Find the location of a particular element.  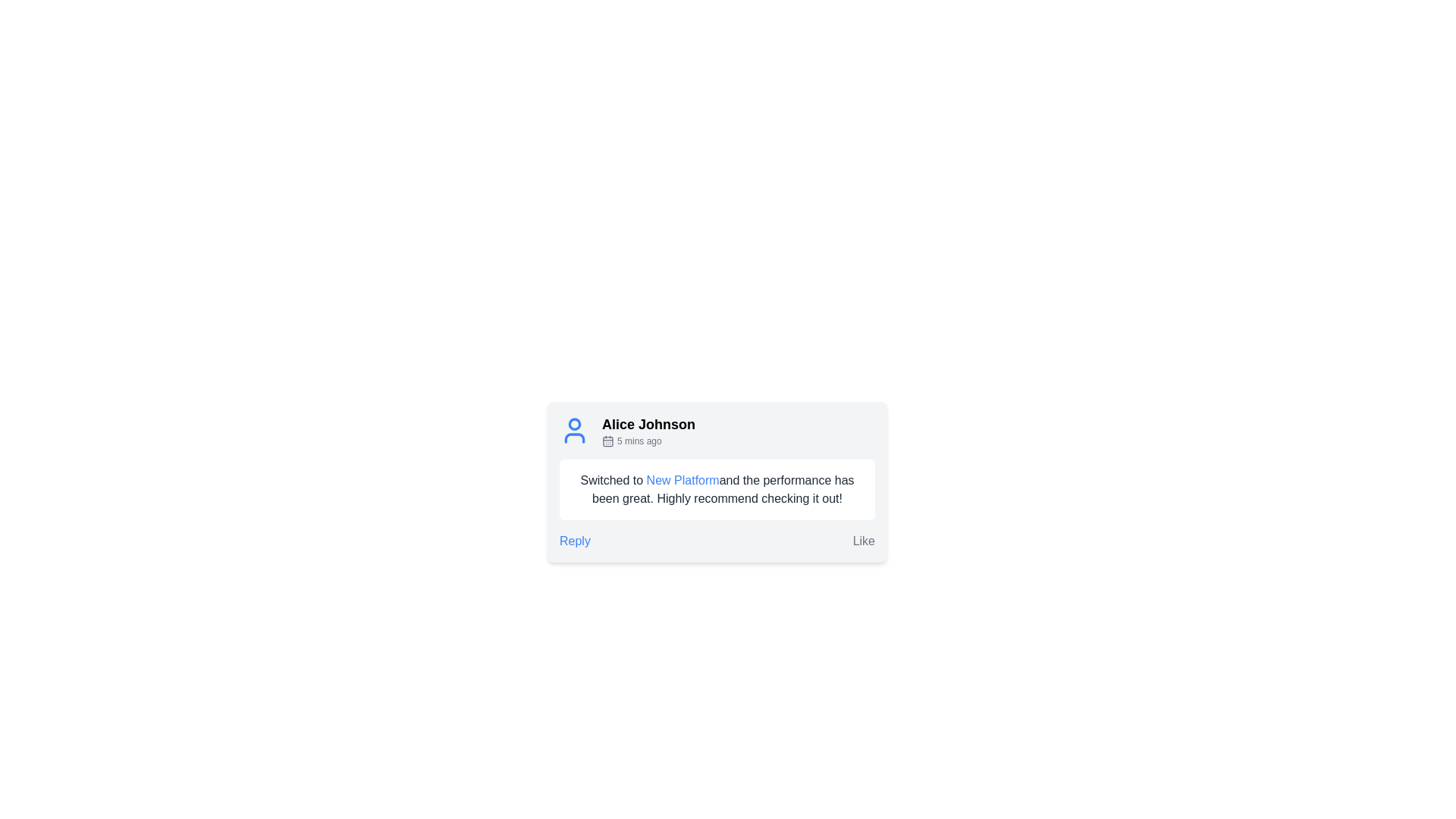

the text label displaying the name 'Alice Johnson', which is prominently styled and positioned at the upper left of a user interaction card, above the text '5 mins ago' is located at coordinates (648, 424).